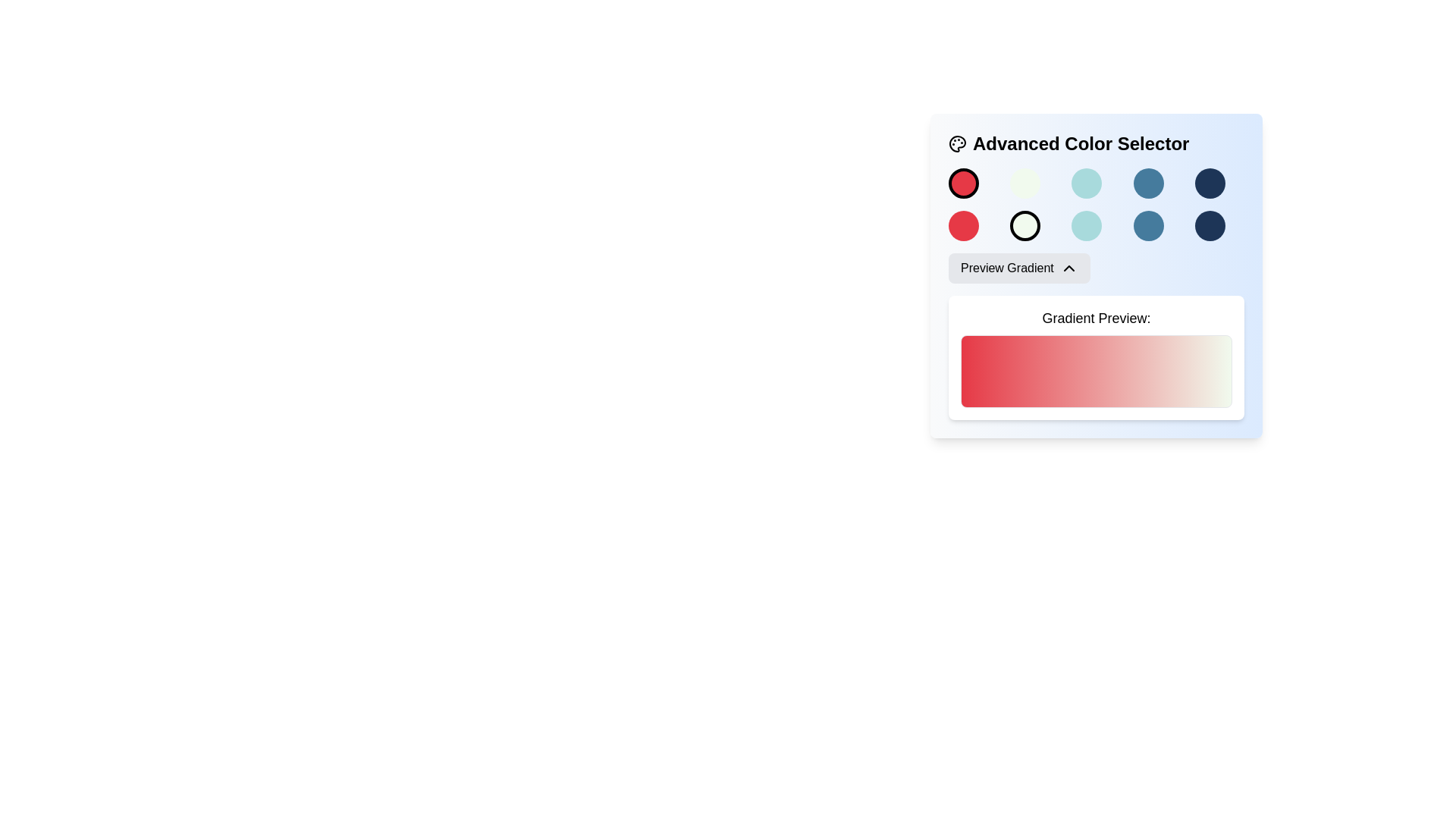 Image resolution: width=1456 pixels, height=819 pixels. I want to click on the second circular color button with a pale greenish background in the top row of the grid, so click(1025, 183).